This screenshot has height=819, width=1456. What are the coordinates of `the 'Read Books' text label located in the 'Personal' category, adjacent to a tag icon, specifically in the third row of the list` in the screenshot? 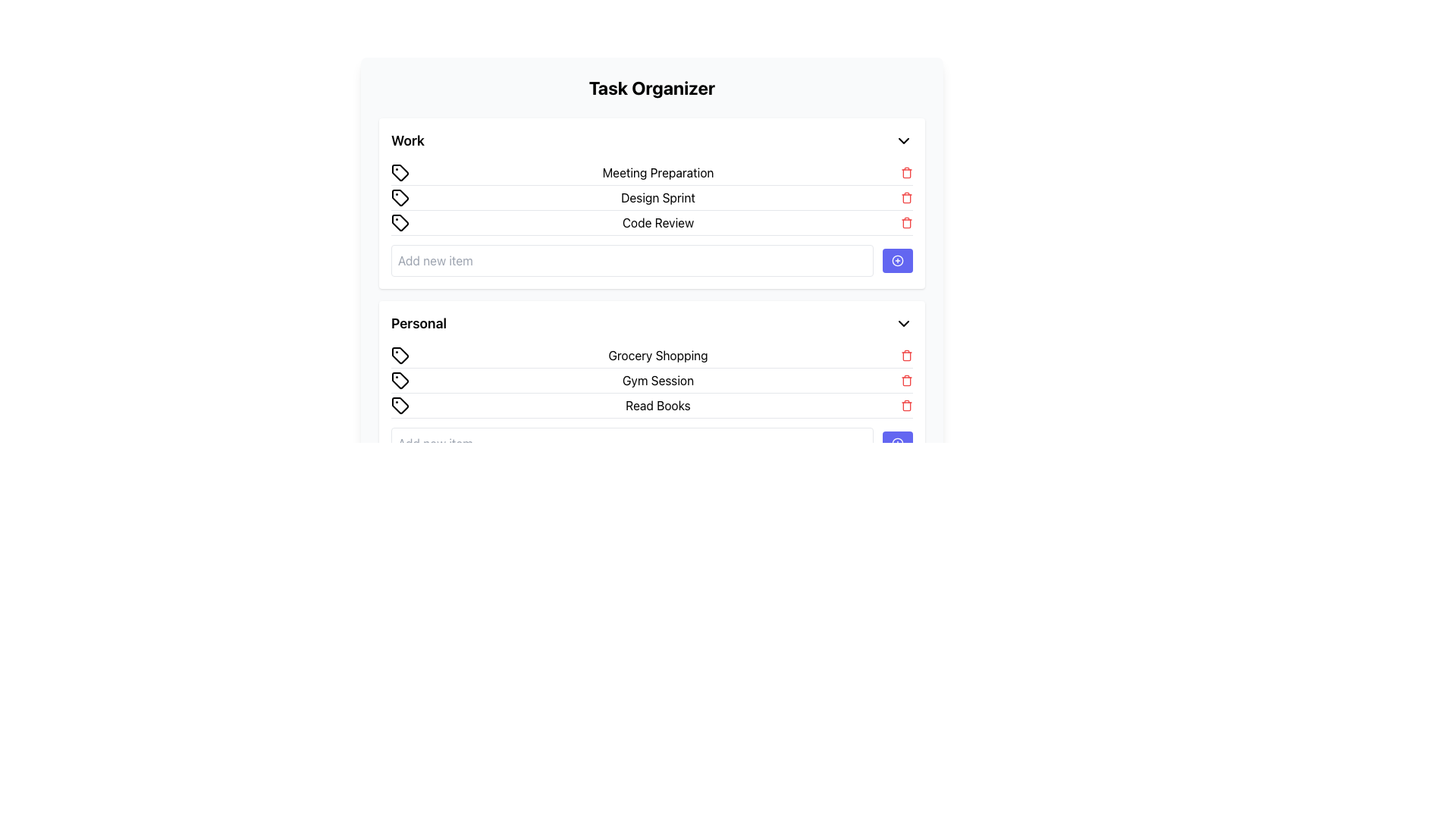 It's located at (658, 405).